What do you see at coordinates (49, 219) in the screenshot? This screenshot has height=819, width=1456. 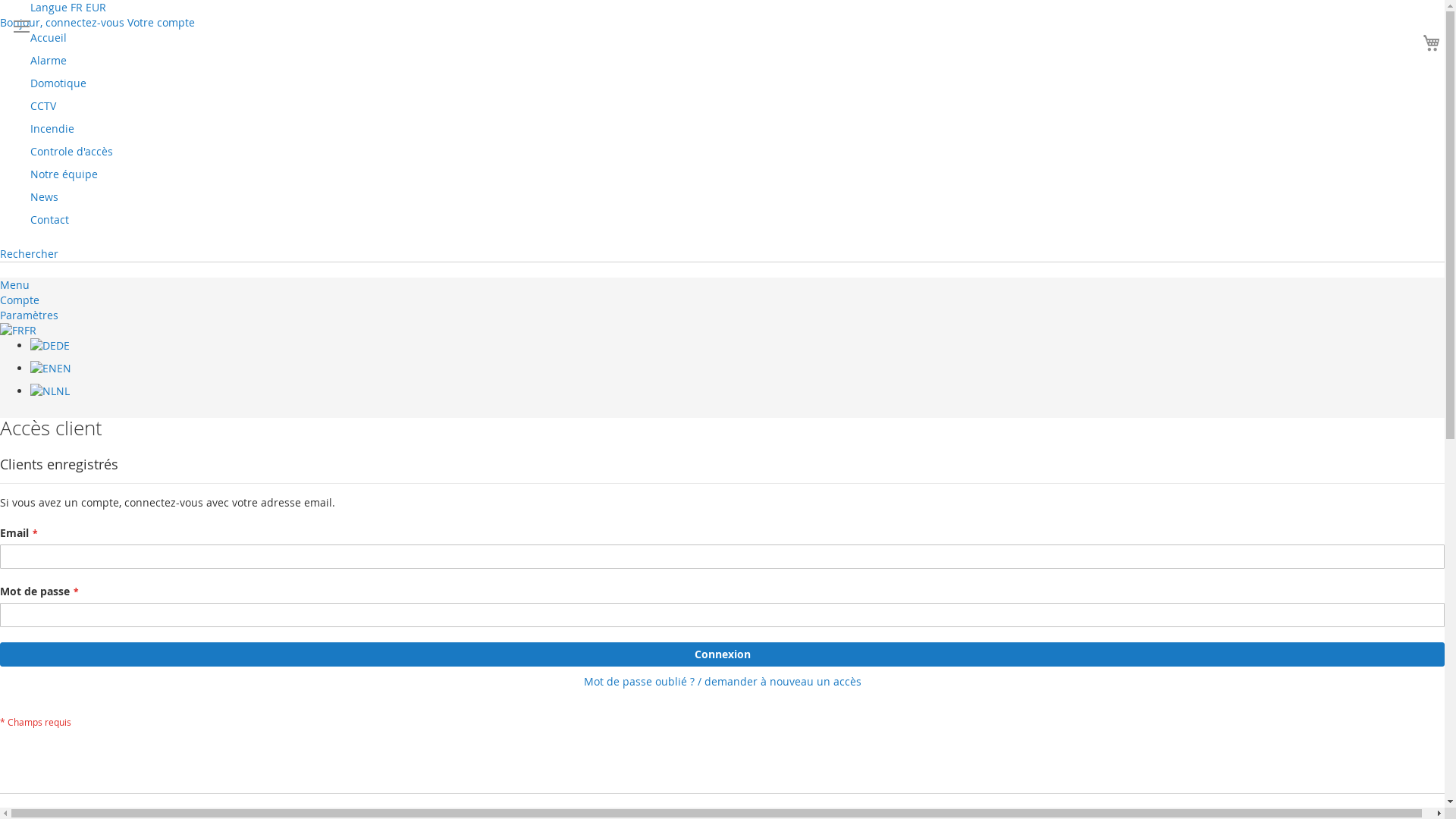 I see `'Contact'` at bounding box center [49, 219].